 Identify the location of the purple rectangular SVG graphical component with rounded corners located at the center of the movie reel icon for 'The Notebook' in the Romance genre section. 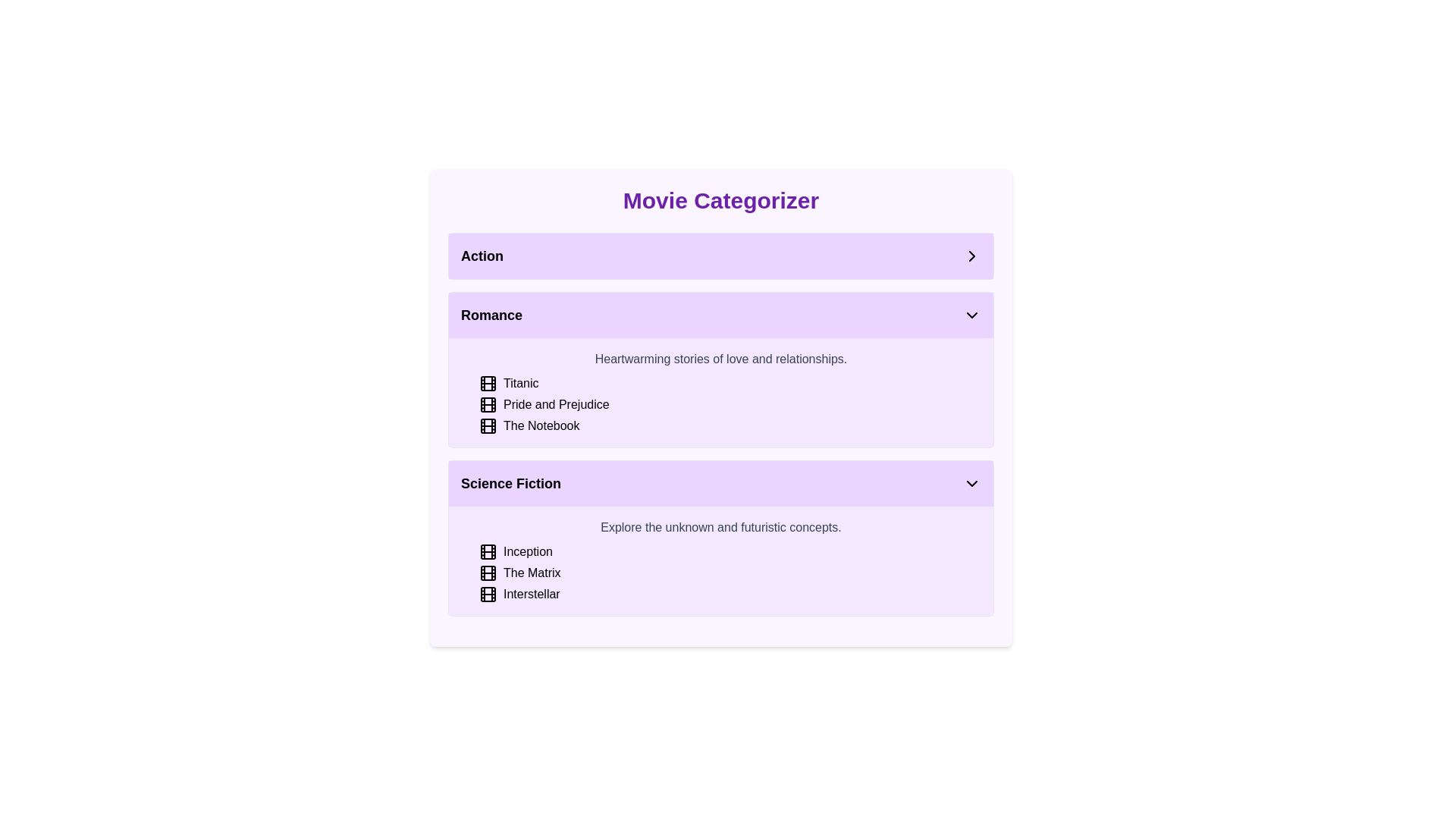
(488, 426).